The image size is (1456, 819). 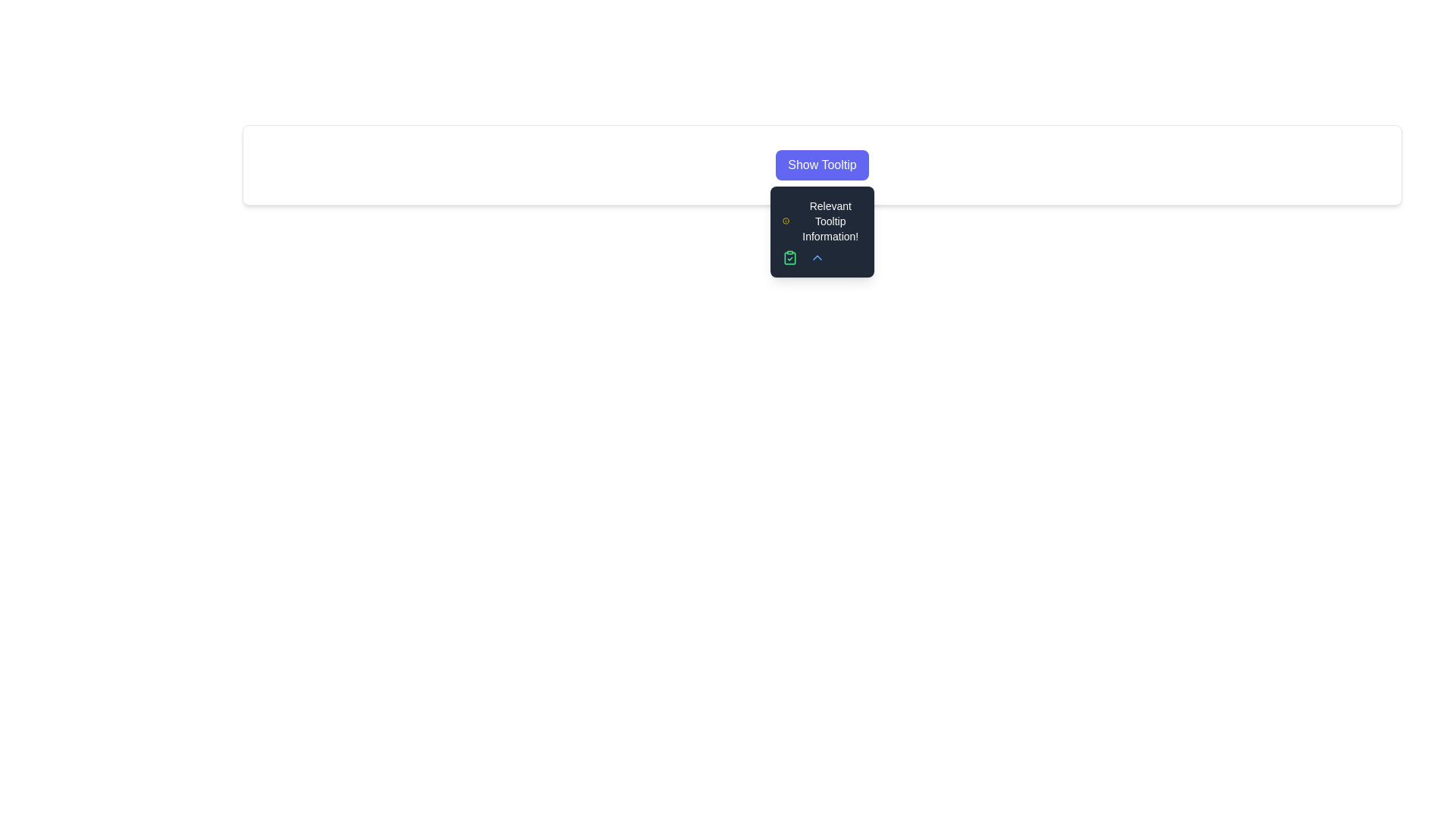 I want to click on the tooltip that appears underneath the 'Show Tooltip' button, so click(x=821, y=231).